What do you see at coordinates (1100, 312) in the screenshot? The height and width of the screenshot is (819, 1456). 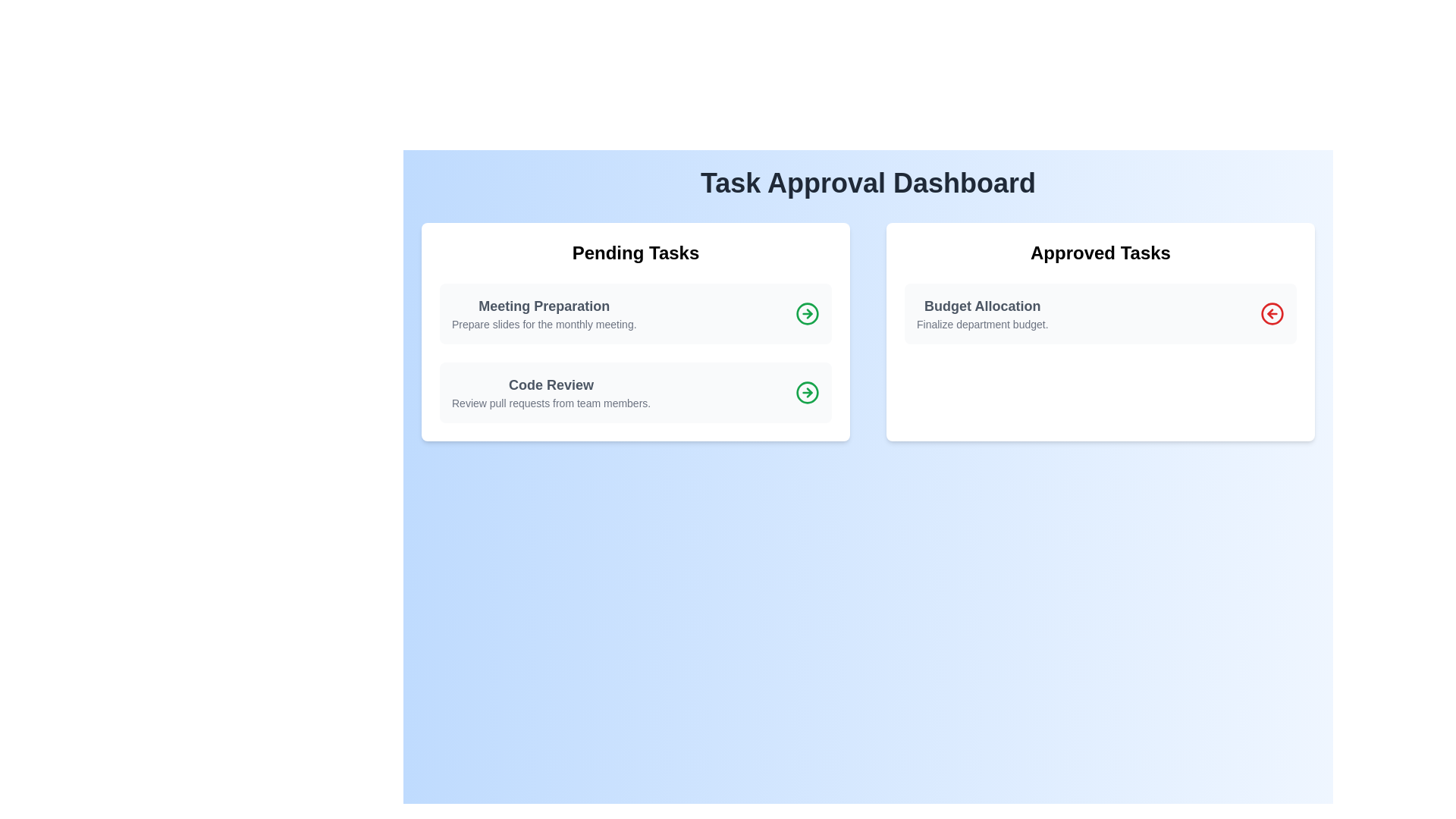 I see `the Task card titled 'Budget Allocation' in the 'Approved Tasks' section, which features a red circular icon with an arrow pointing left` at bounding box center [1100, 312].